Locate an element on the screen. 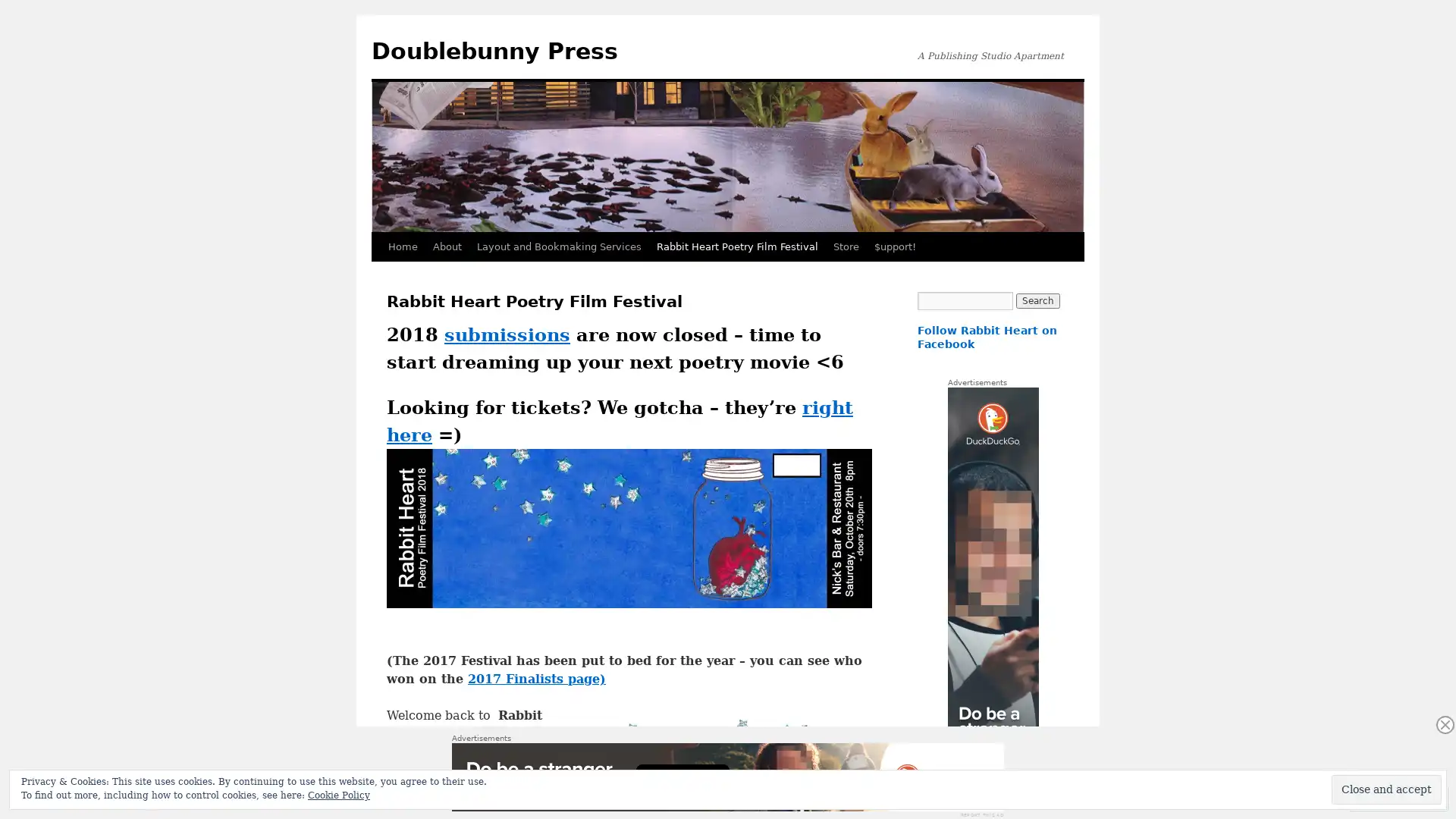 The width and height of the screenshot is (1456, 819). Search is located at coordinates (1037, 301).